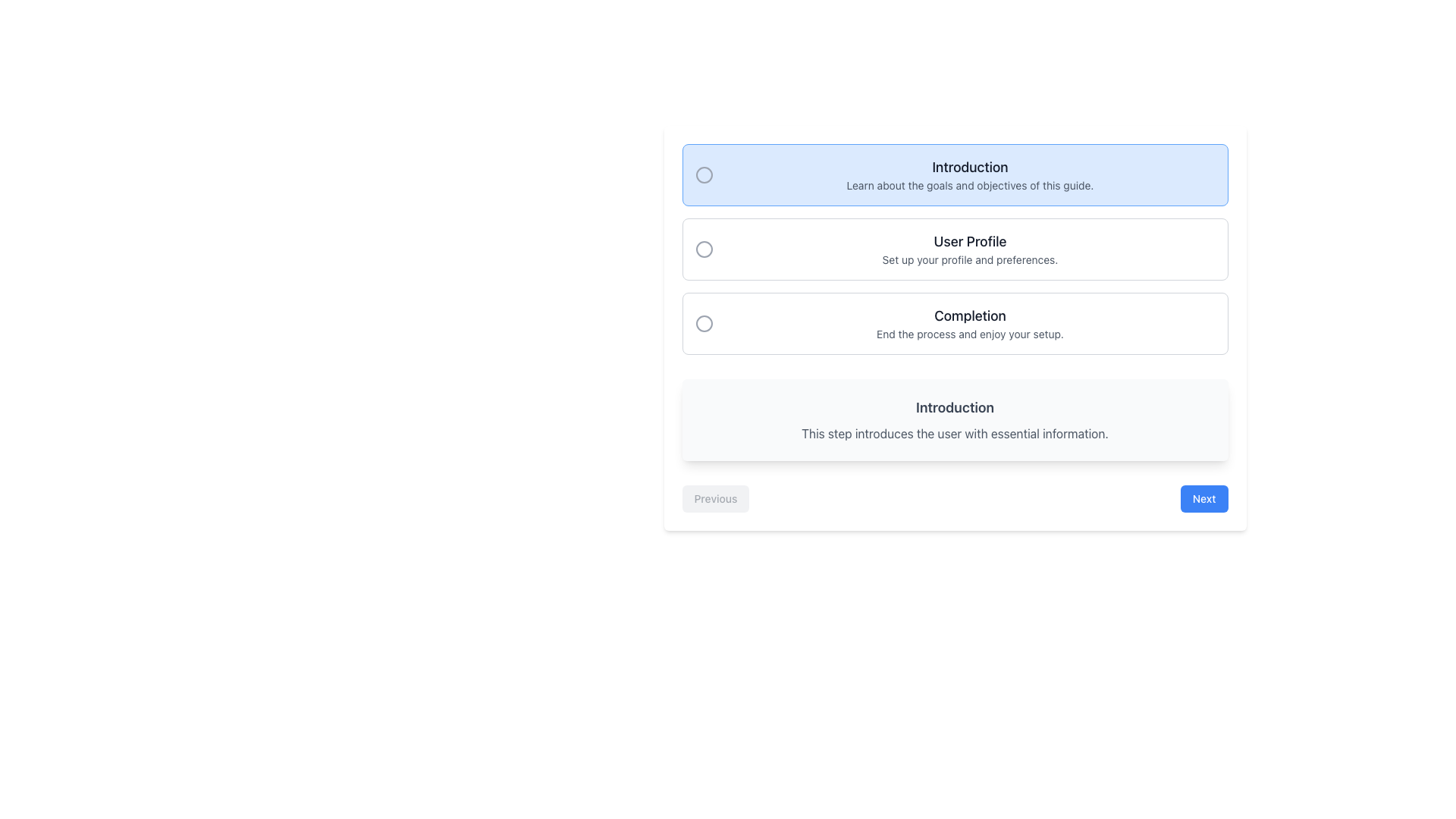 This screenshot has width=1456, height=819. I want to click on the textual description block at the top of the vertically ordered list, which serves as a selectable option within the user guide, so click(969, 174).